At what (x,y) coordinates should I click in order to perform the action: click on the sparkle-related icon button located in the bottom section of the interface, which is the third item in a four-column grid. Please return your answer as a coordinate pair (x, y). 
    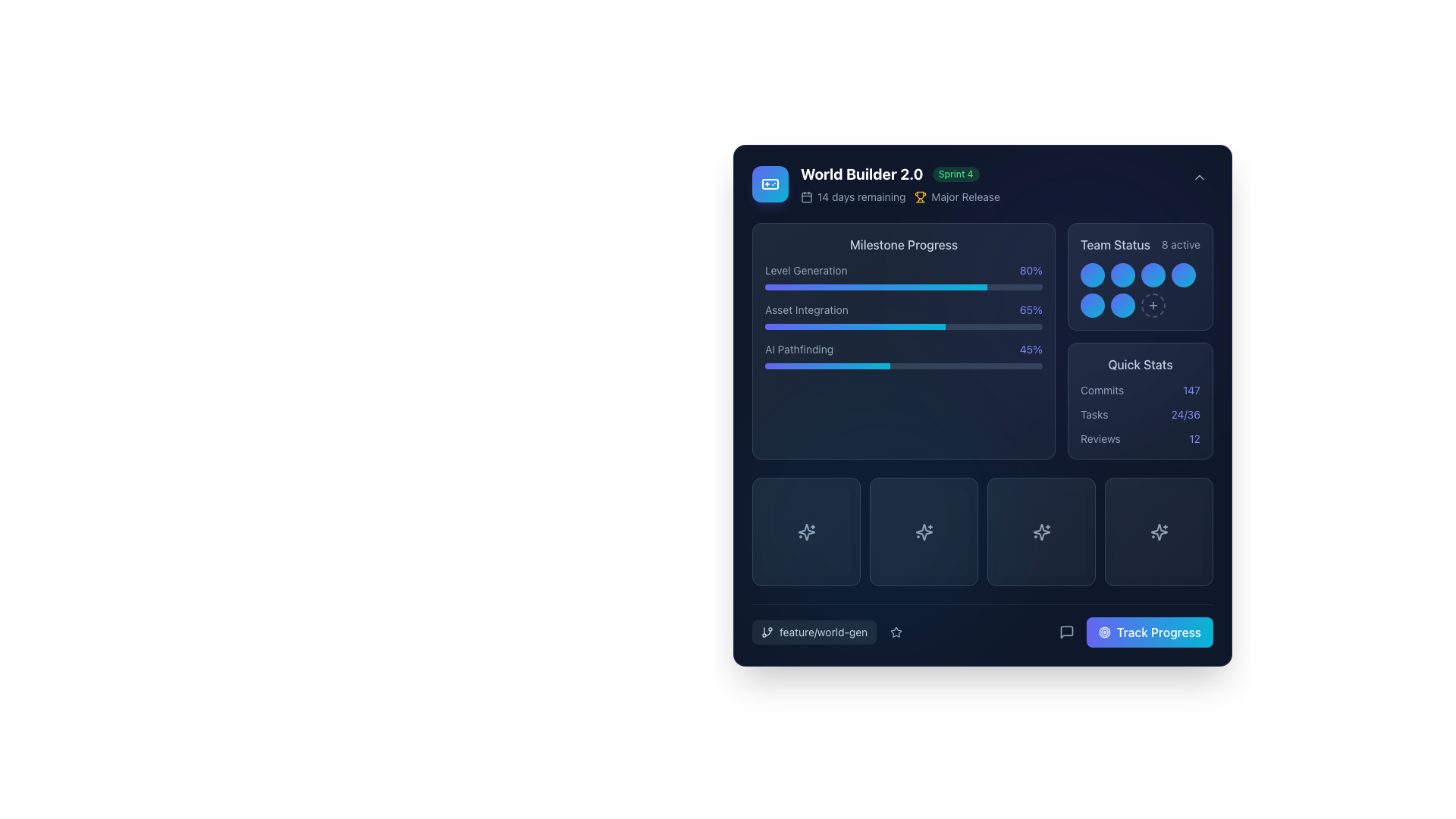
    Looking at the image, I should click on (1040, 531).